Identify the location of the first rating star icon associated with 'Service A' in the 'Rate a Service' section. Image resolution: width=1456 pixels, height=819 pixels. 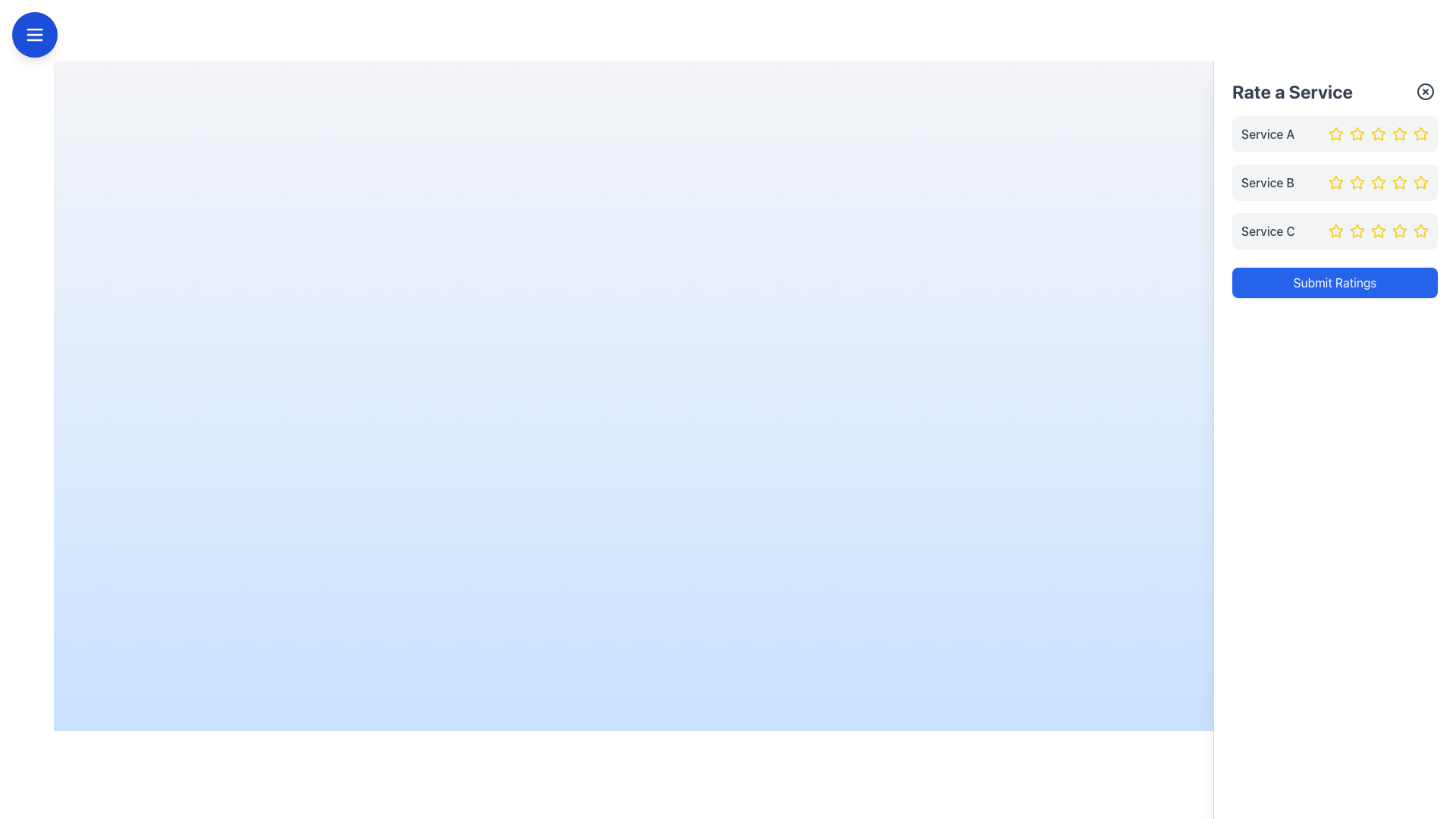
(1335, 133).